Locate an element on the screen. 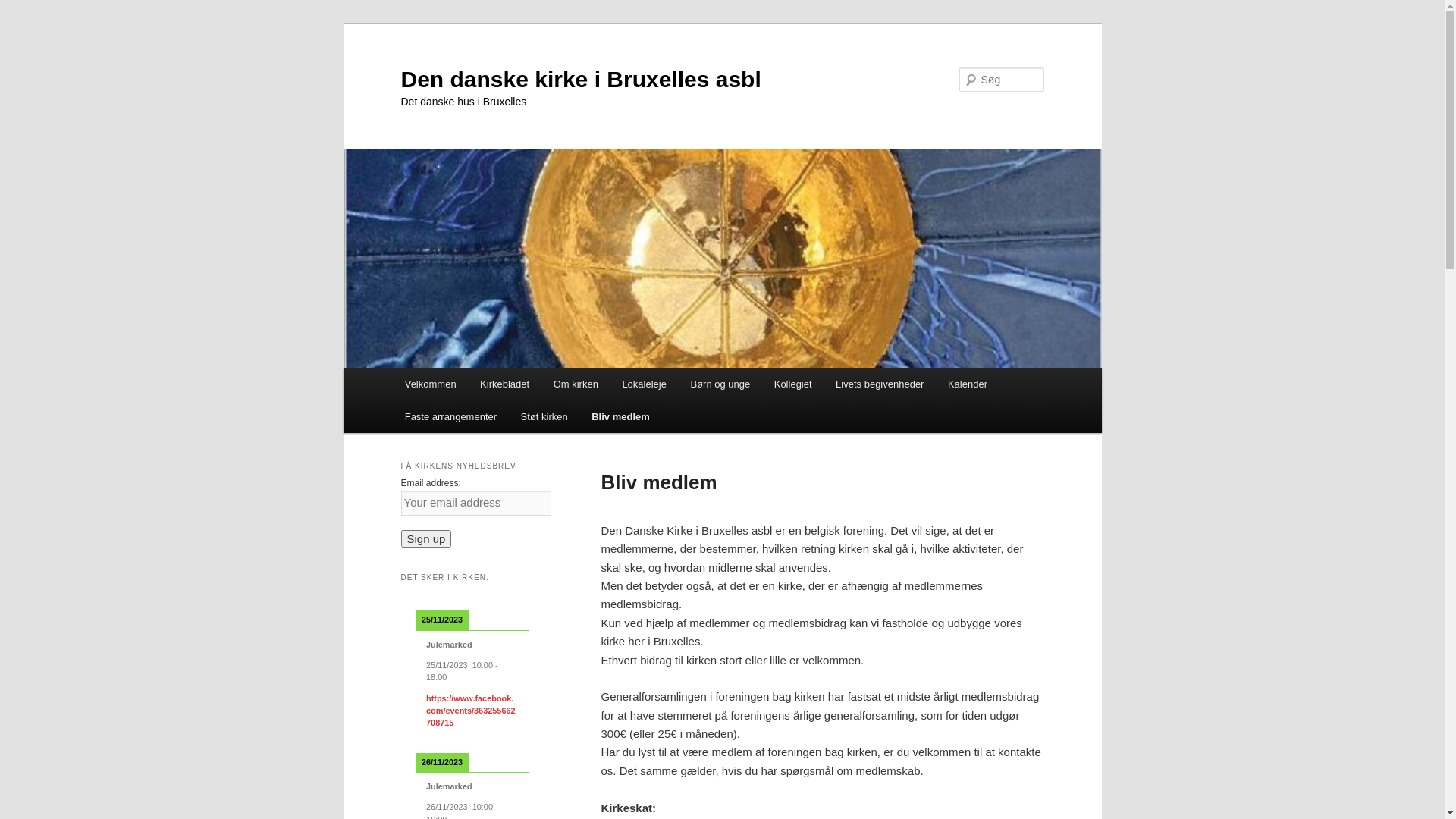  'Velkommen' is located at coordinates (429, 383).